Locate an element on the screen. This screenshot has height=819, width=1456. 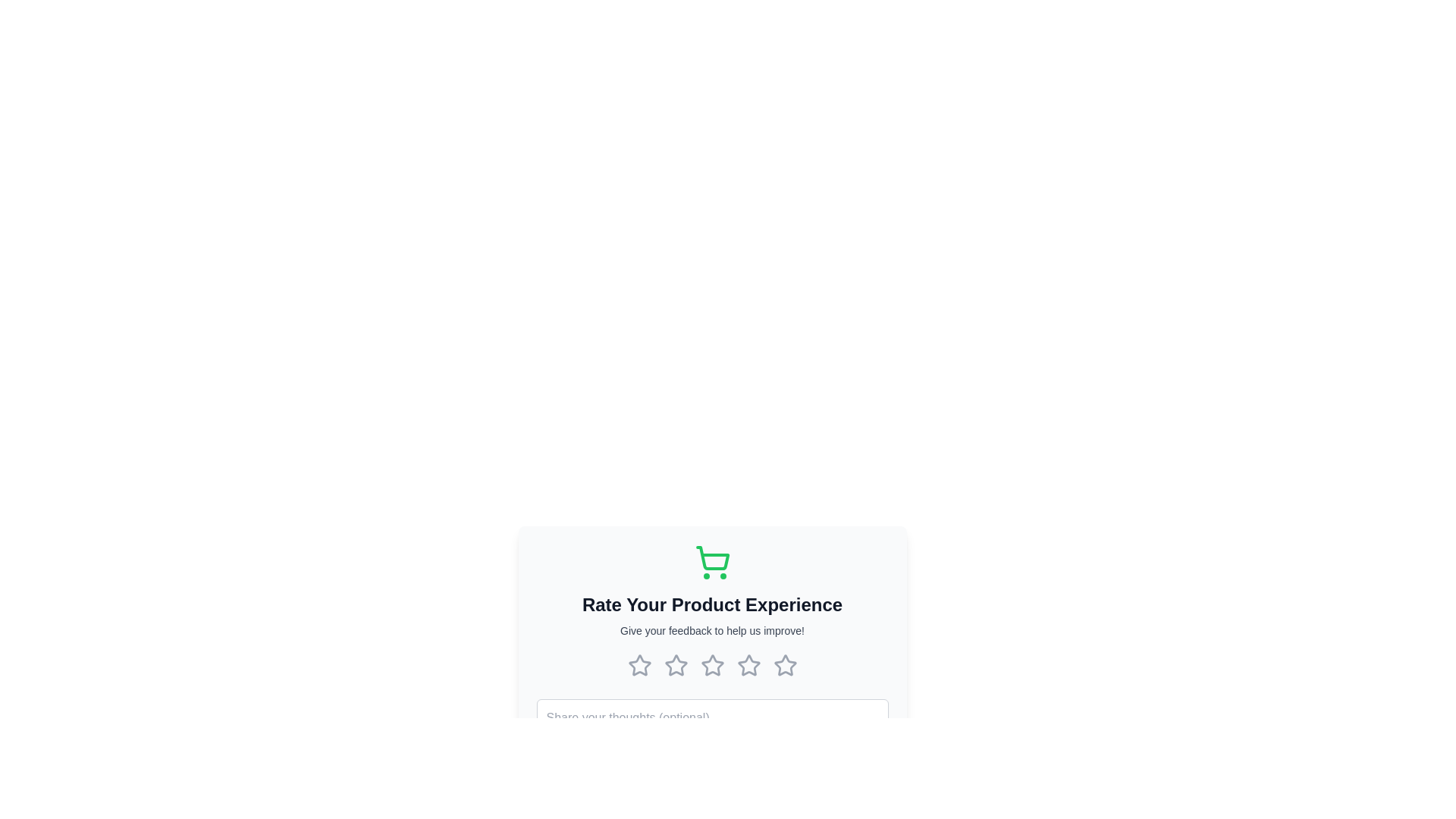
the second star icon in the rating system is located at coordinates (675, 665).